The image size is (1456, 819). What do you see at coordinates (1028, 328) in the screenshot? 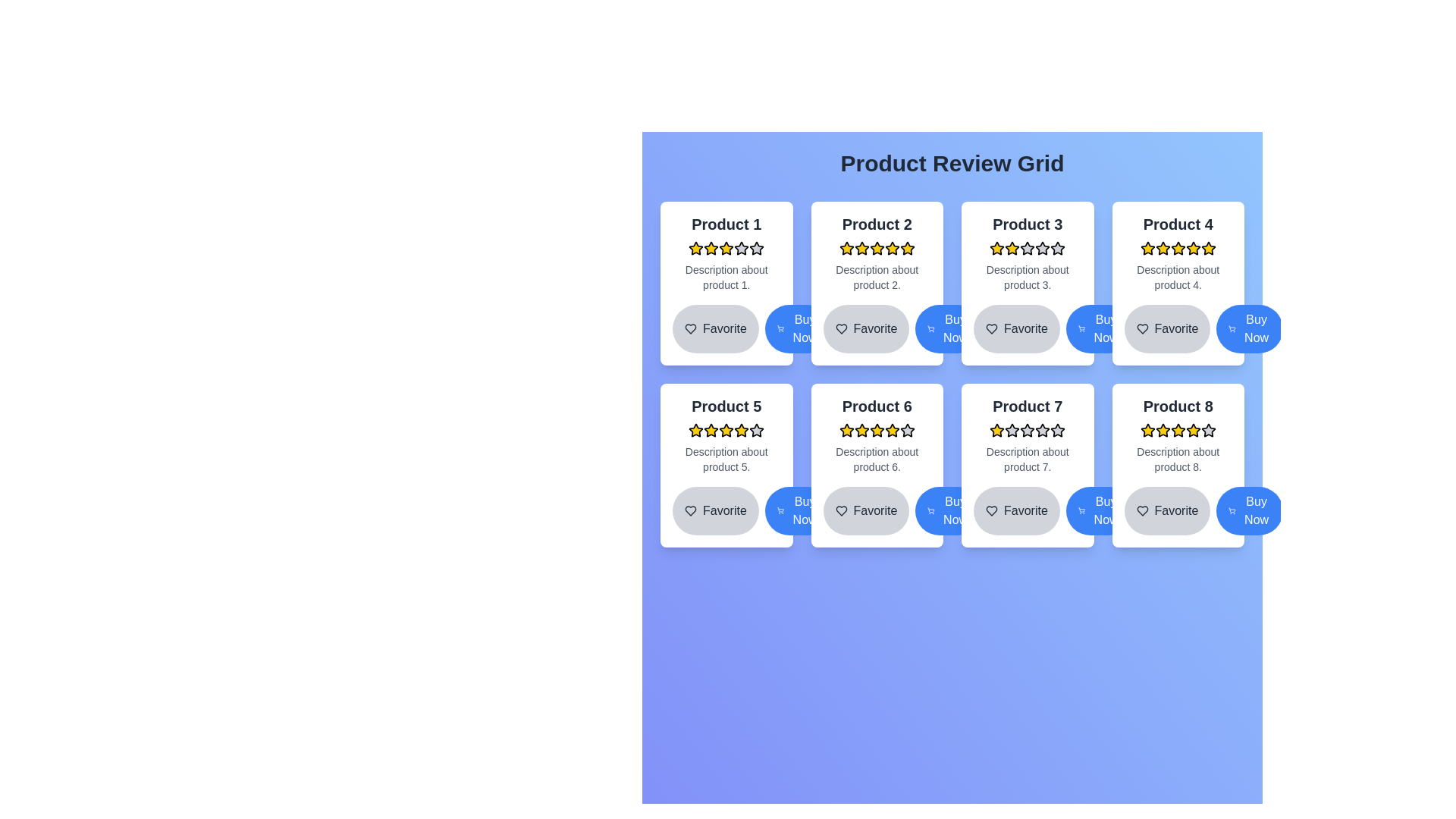
I see `the favorite button for 'Product 3', located at the center coordinates of the first button in the card, to trigger the hover effect` at bounding box center [1028, 328].